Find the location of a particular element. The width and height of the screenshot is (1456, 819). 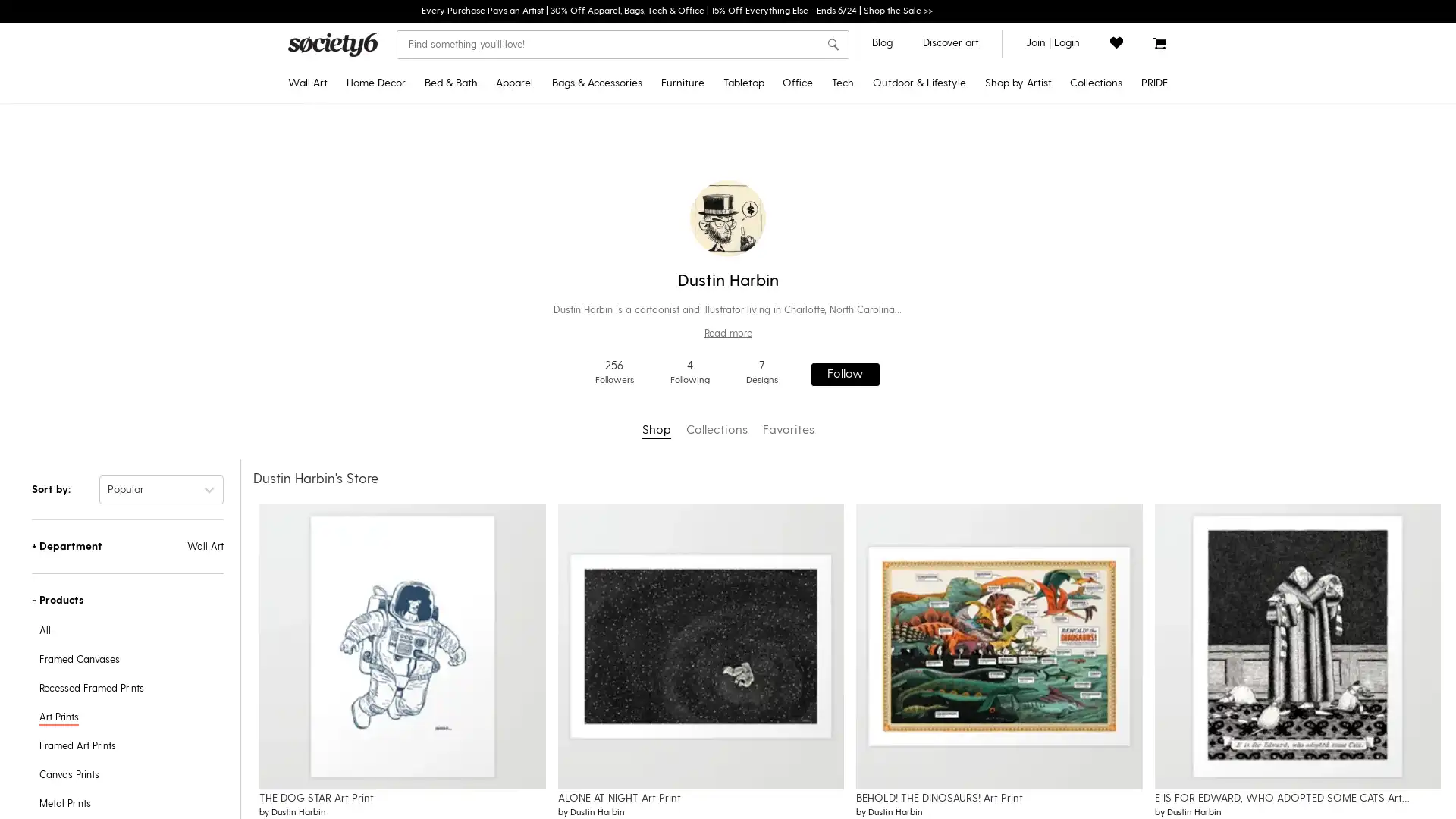

Sun Shades is located at coordinates (939, 463).